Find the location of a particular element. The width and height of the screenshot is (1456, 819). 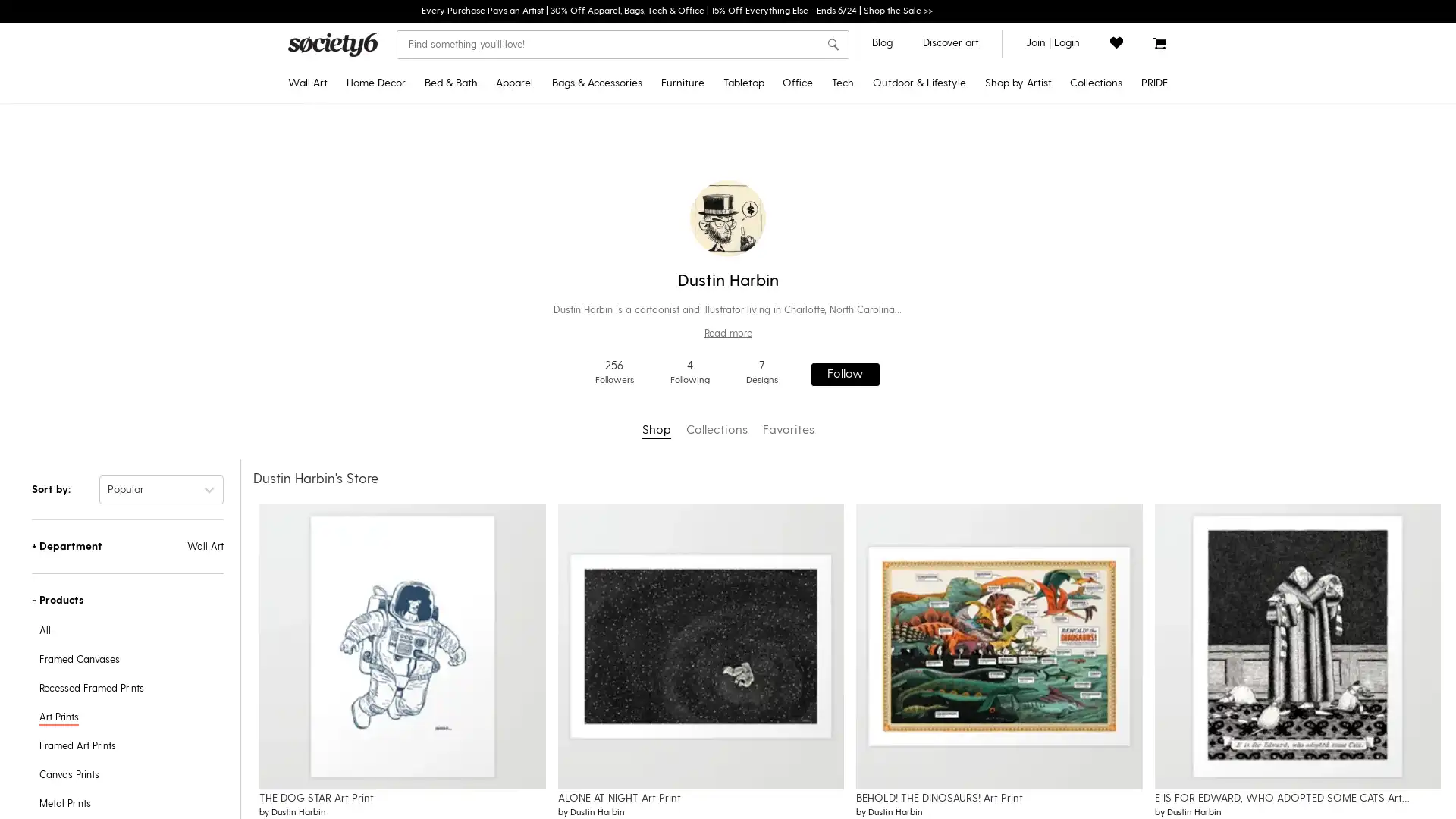

Sun Shades is located at coordinates (939, 463).